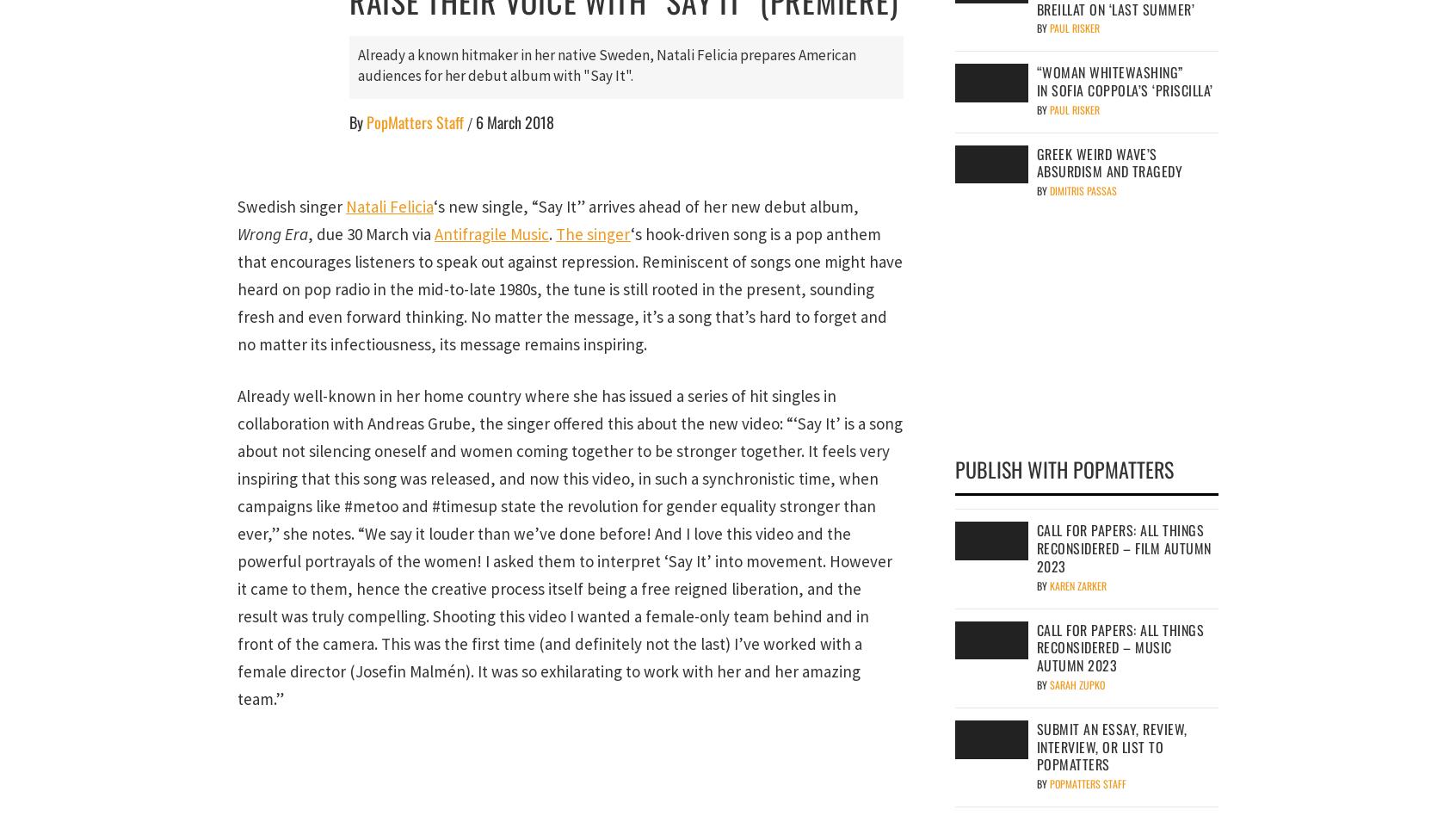 The width and height of the screenshot is (1456, 816). What do you see at coordinates (1064, 469) in the screenshot?
I see `'Publish with PopMatters'` at bounding box center [1064, 469].